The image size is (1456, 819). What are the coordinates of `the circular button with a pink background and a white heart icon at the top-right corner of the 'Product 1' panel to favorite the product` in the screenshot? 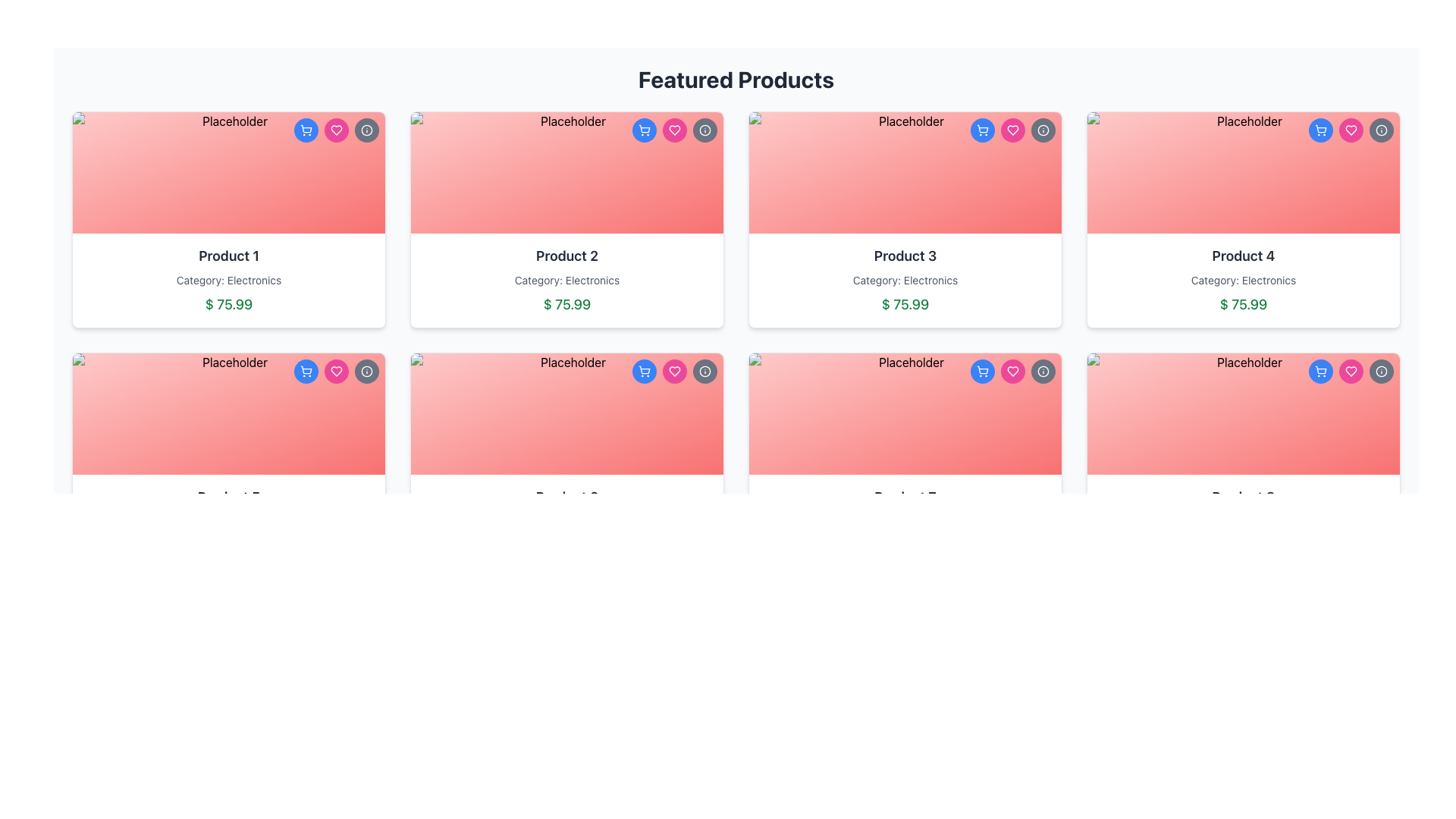 It's located at (336, 130).